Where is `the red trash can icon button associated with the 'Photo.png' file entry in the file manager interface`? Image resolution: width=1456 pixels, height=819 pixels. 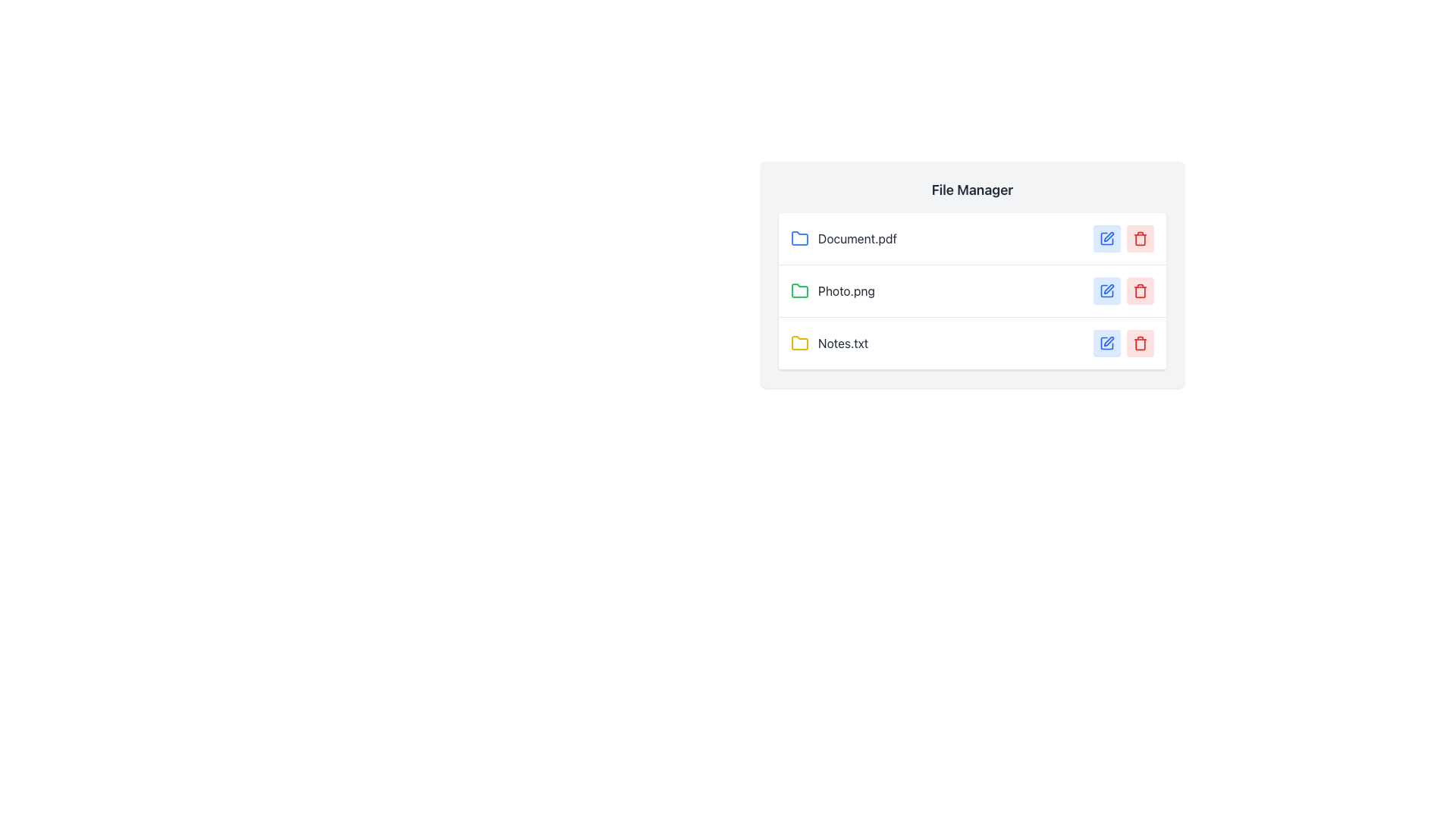 the red trash can icon button associated with the 'Photo.png' file entry in the file manager interface is located at coordinates (1140, 291).